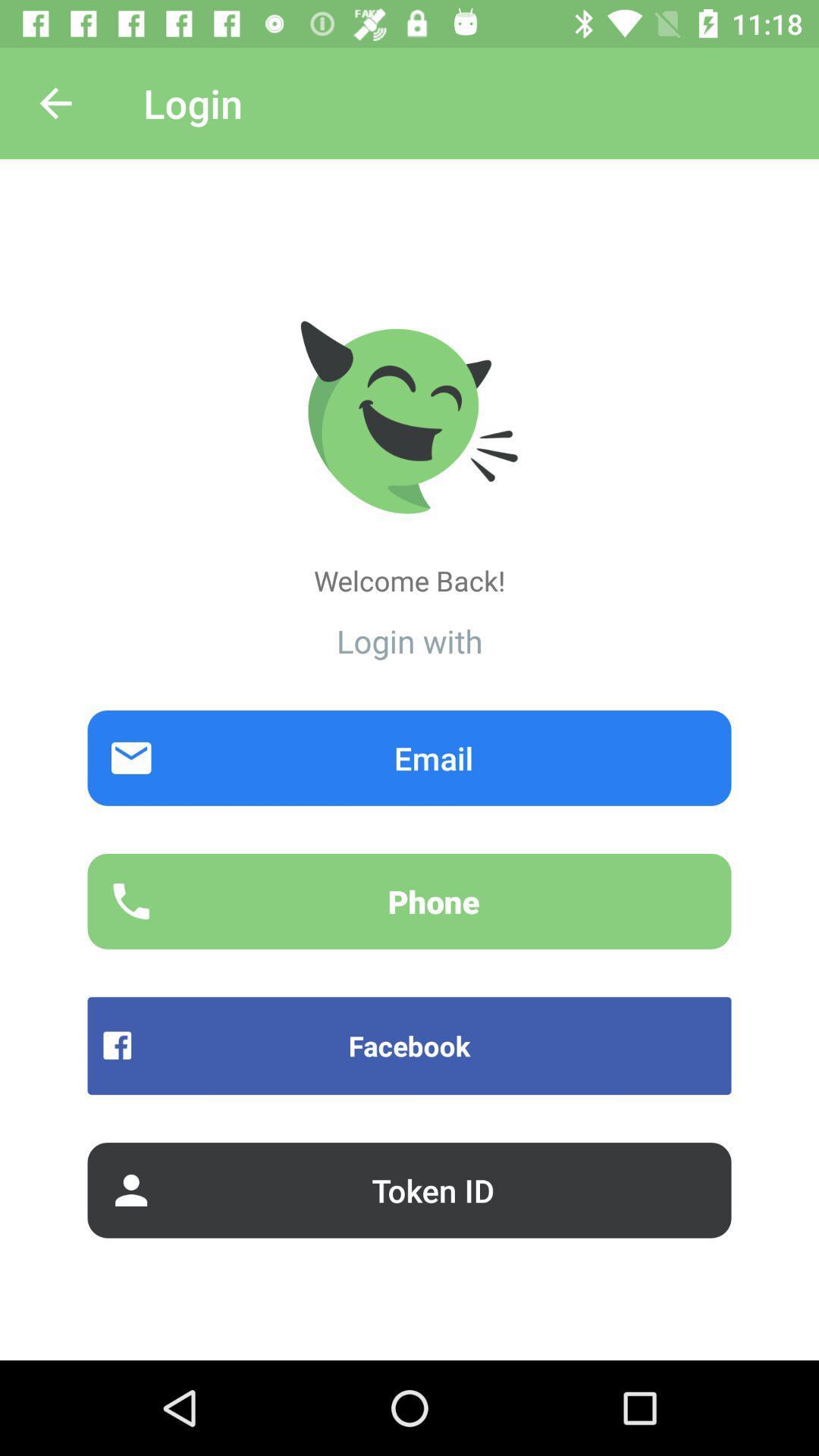 The height and width of the screenshot is (1456, 819). What do you see at coordinates (55, 102) in the screenshot?
I see `item next to the login item` at bounding box center [55, 102].